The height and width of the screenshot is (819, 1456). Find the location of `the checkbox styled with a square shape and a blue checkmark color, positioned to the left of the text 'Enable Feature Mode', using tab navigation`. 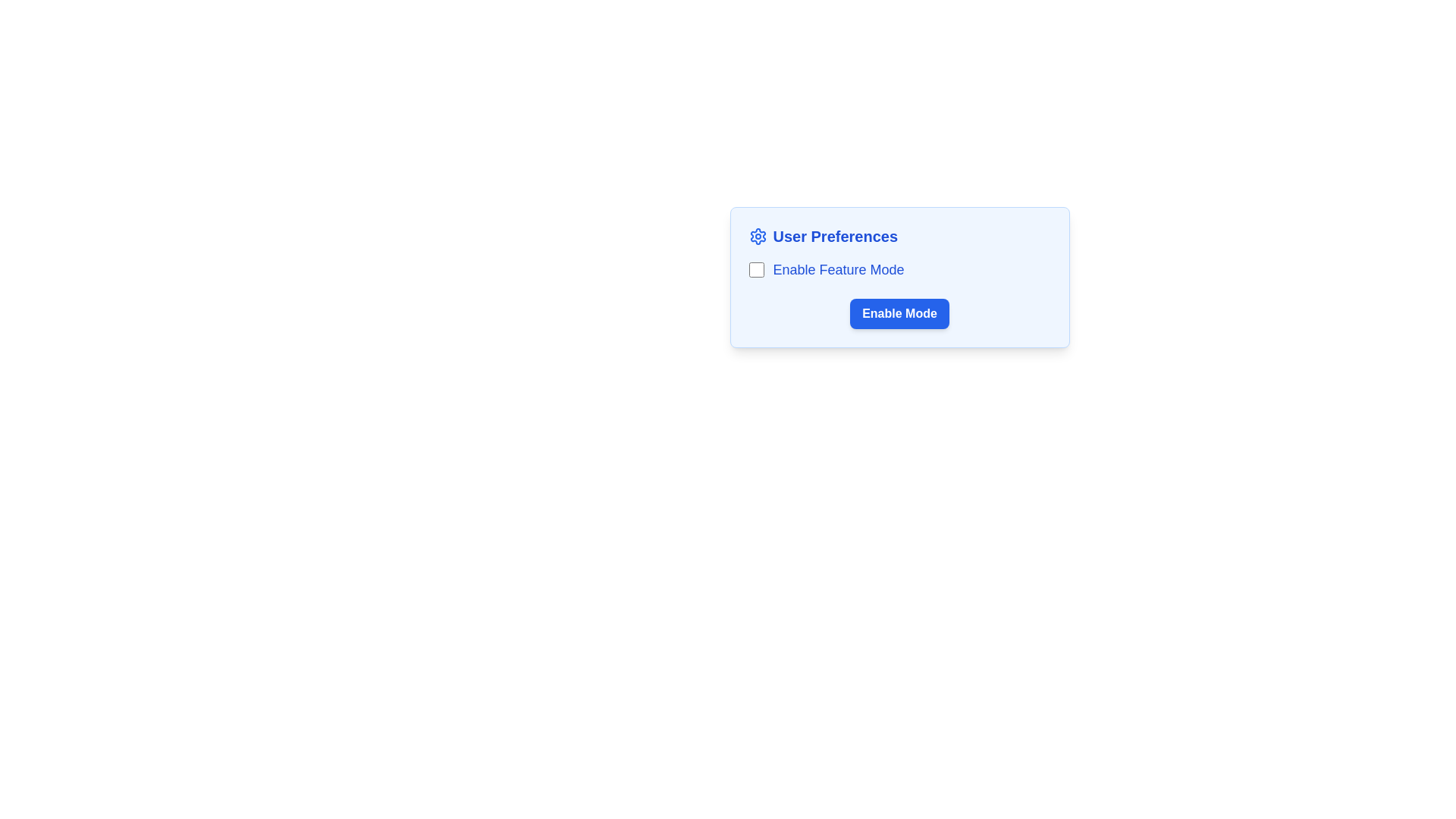

the checkbox styled with a square shape and a blue checkmark color, positioned to the left of the text 'Enable Feature Mode', using tab navigation is located at coordinates (756, 268).